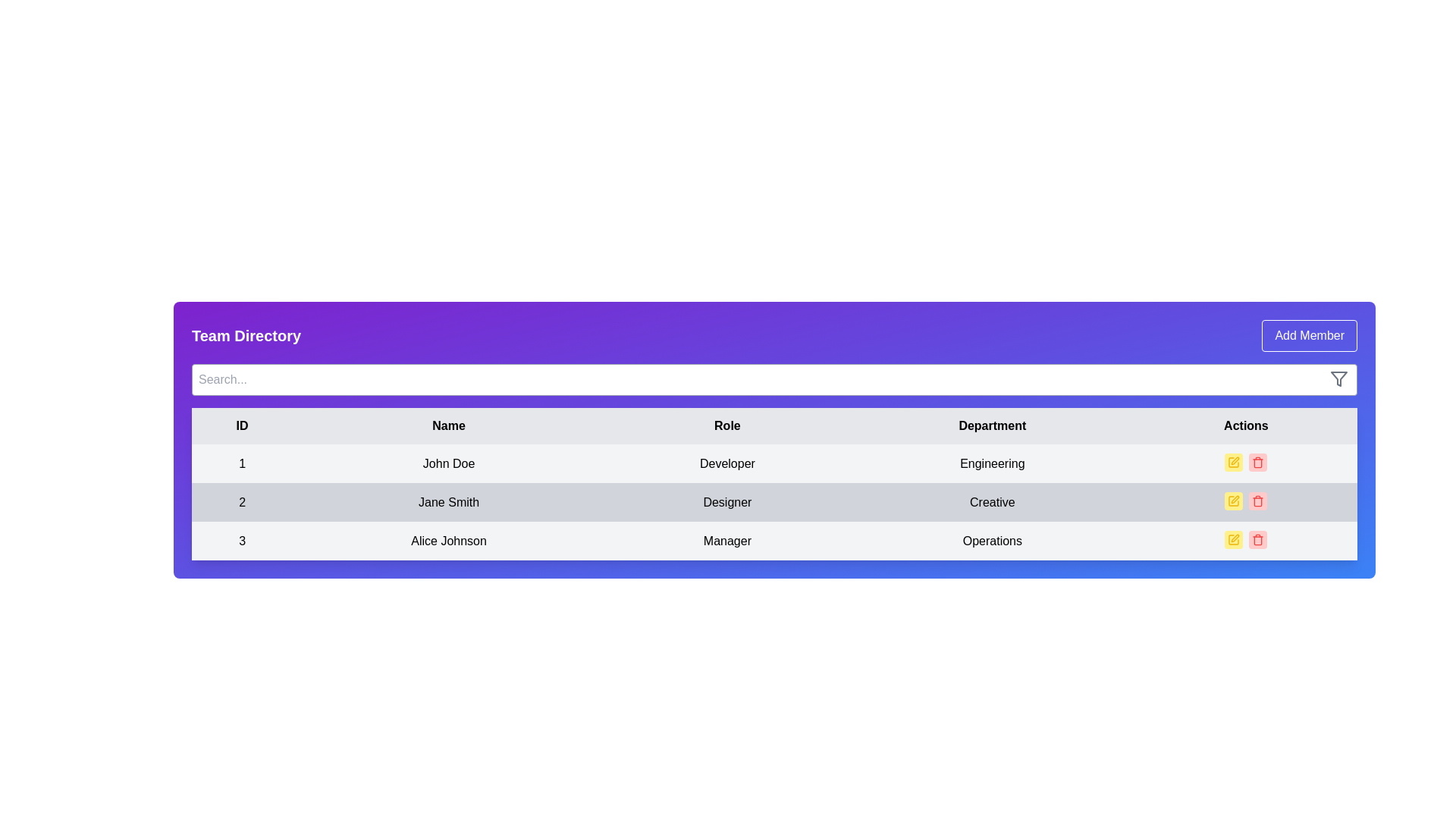  Describe the element at coordinates (726, 540) in the screenshot. I see `static text label indicating the role 'Manager' for 'Alice Johnson' located in the third row of the table under the 'Role' column` at that location.